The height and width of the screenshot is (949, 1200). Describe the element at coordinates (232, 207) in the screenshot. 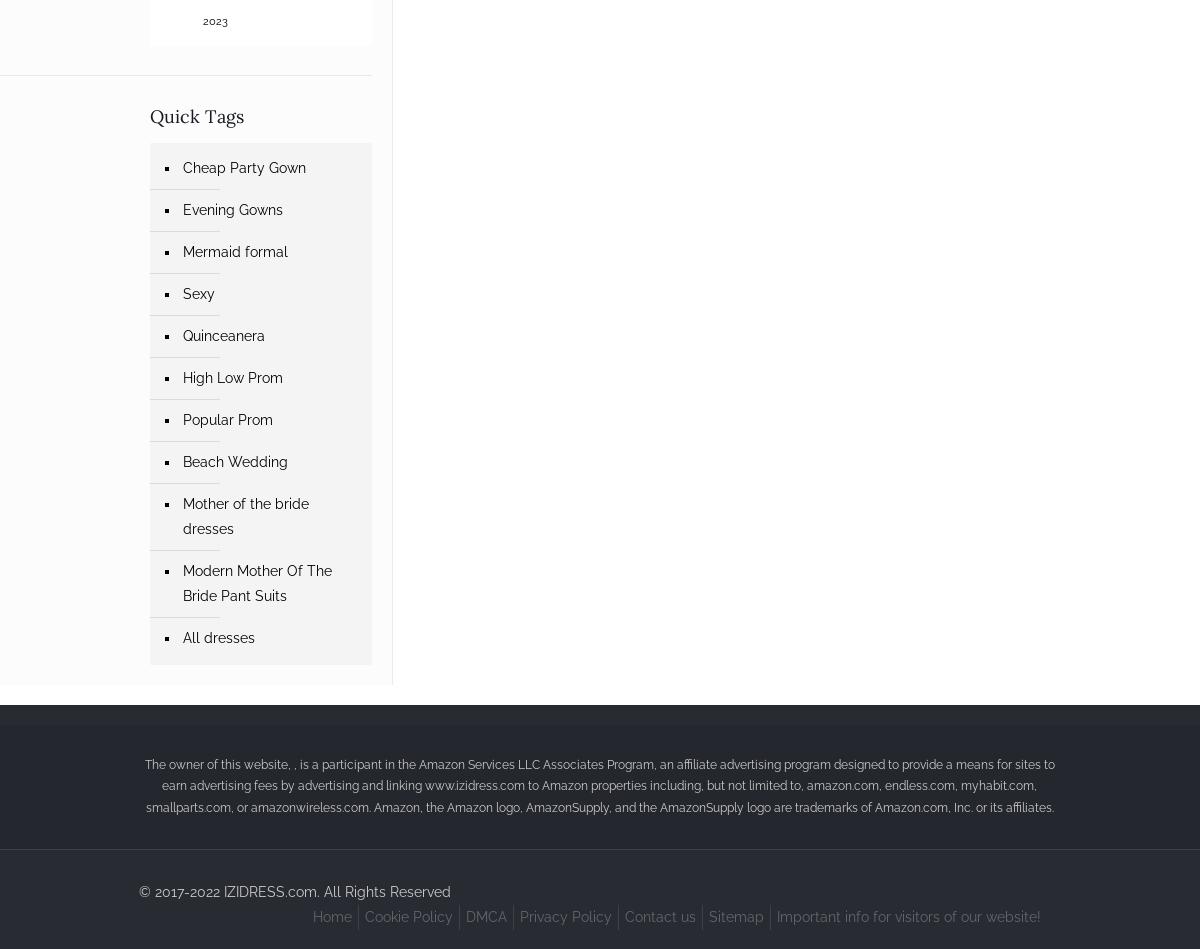

I see `'Evening Gowns'` at that location.